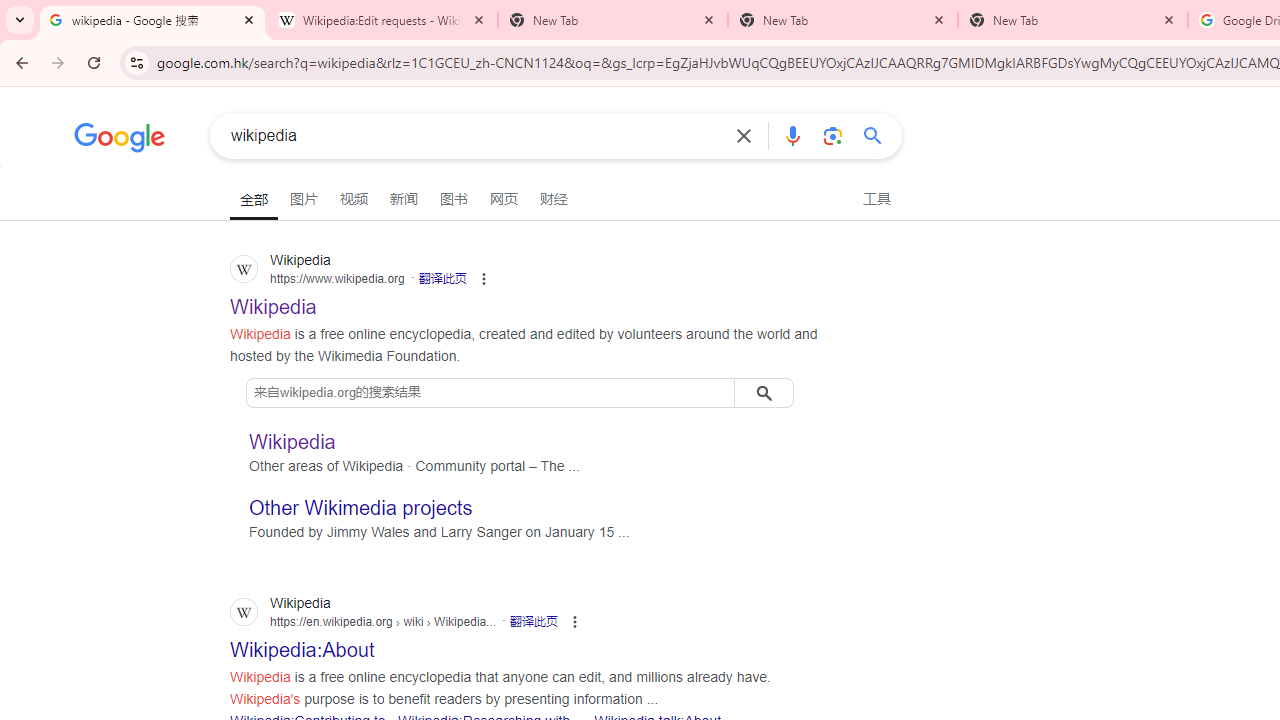 The width and height of the screenshot is (1280, 720). Describe the element at coordinates (1071, 20) in the screenshot. I see `'New Tab'` at that location.